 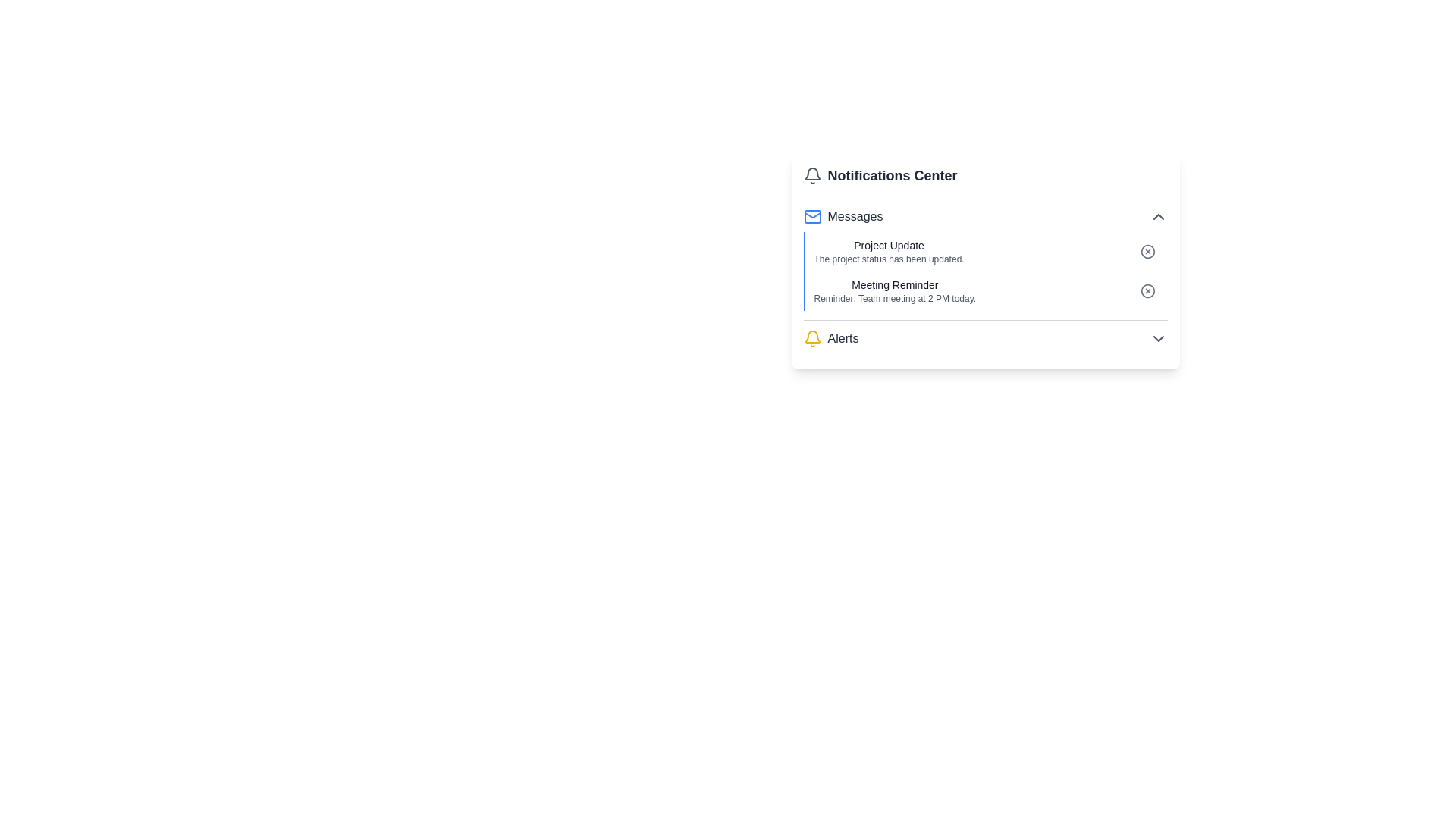 What do you see at coordinates (1147, 250) in the screenshot?
I see `the SVG circle element used for closing or dismissing a message notification within the 'Messages' column of the notification widget` at bounding box center [1147, 250].